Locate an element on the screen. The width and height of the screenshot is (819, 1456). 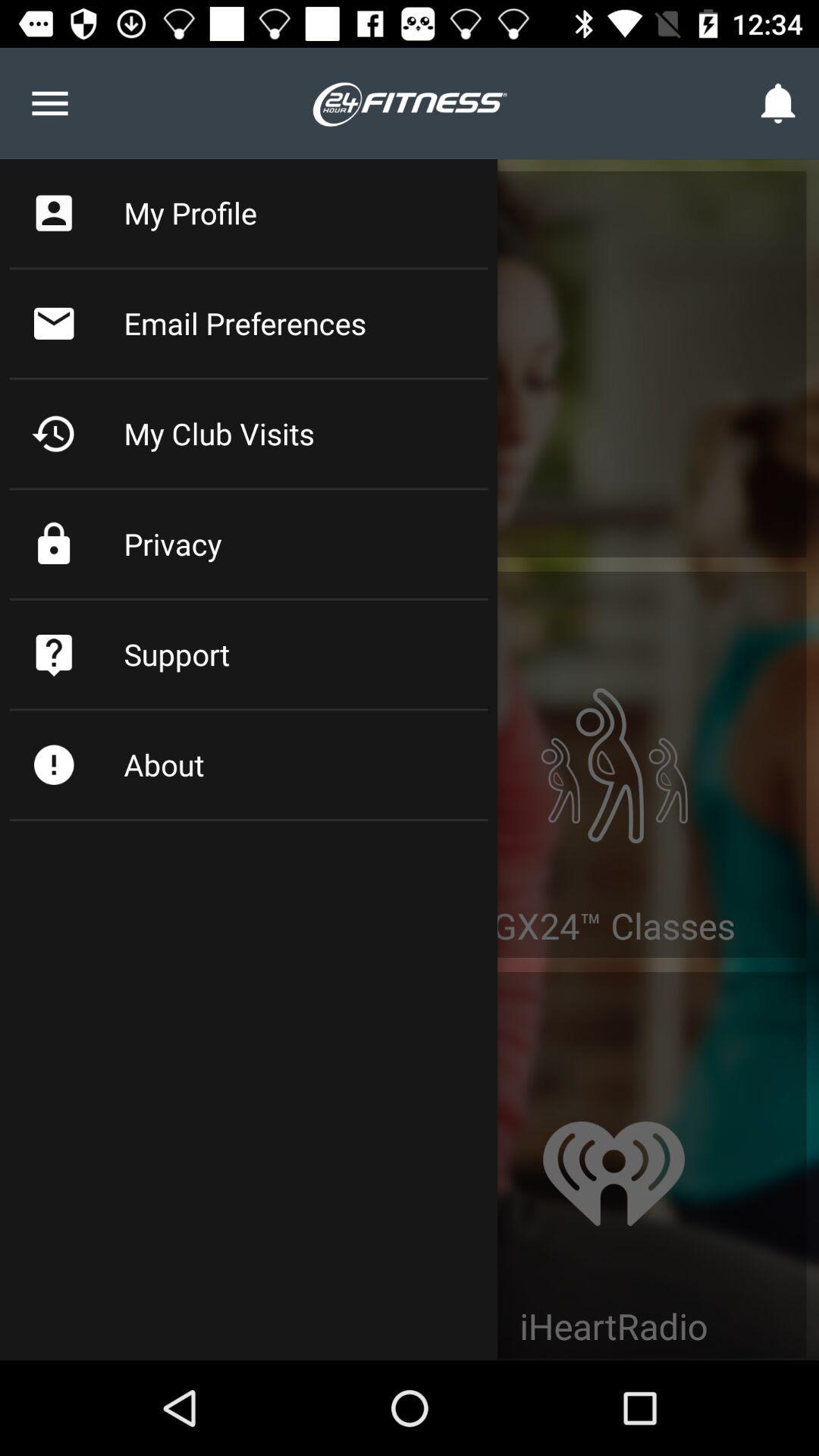
the text which is left to the bell icon is located at coordinates (409, 102).